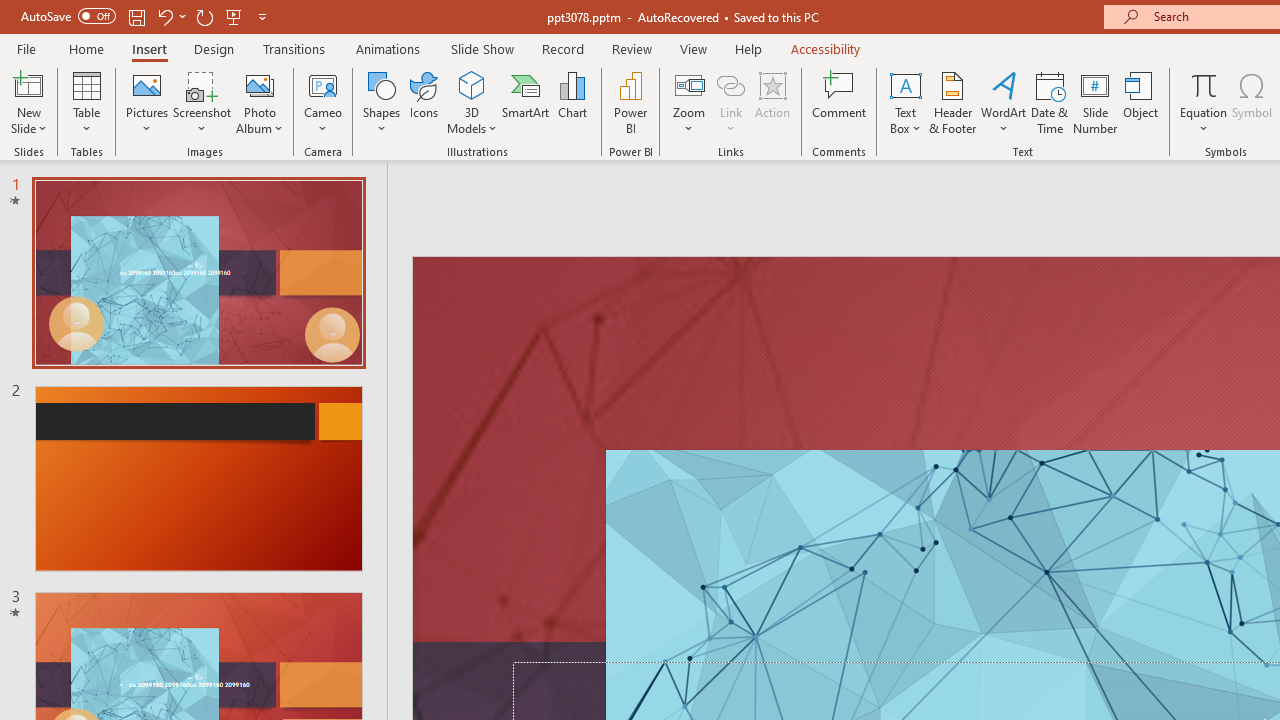  I want to click on 'Comment', so click(839, 103).